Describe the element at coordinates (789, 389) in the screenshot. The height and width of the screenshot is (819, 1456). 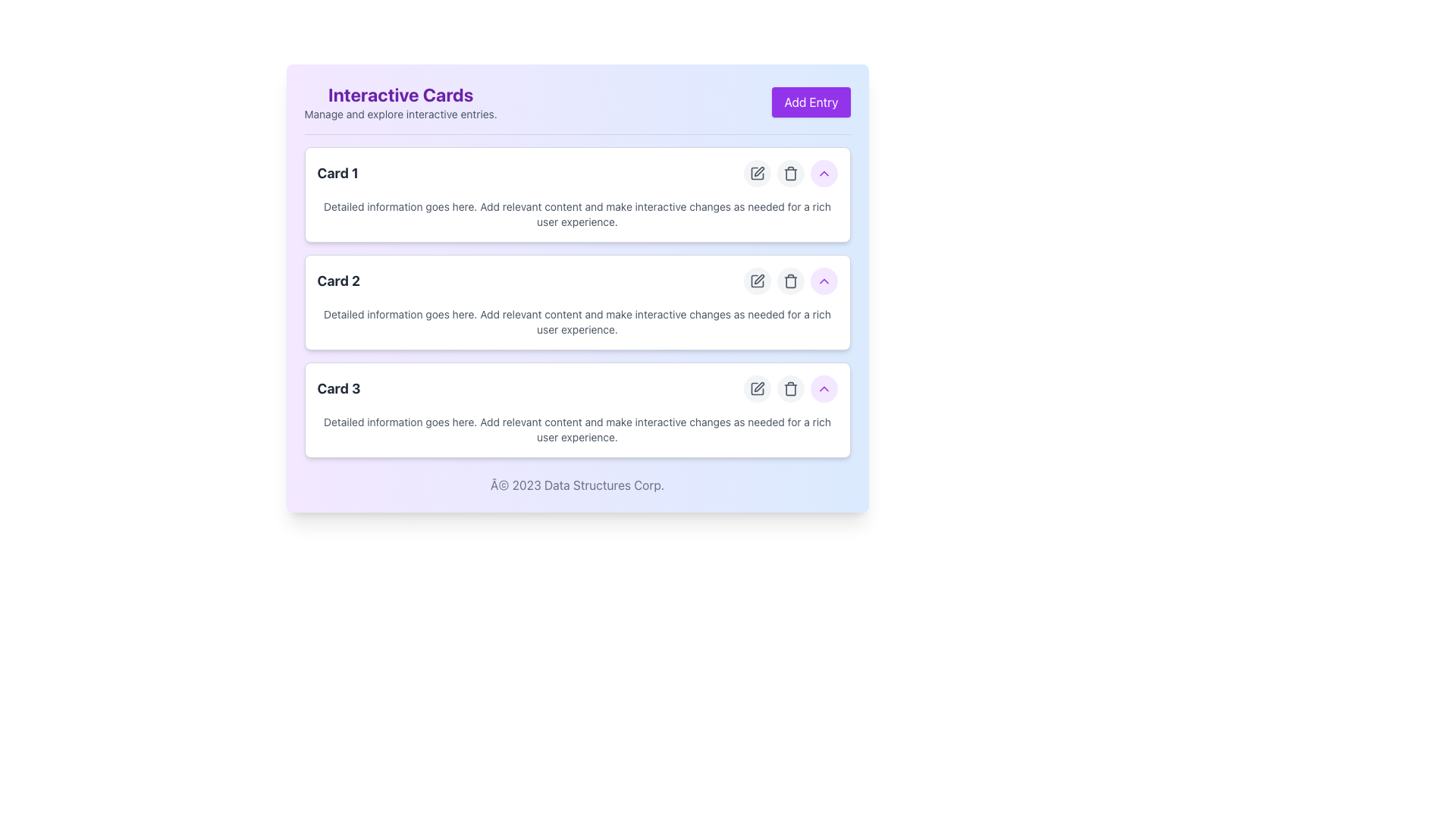
I see `the trash can icon button located to the right of the 'Card 3' entry in the vertical list of cards` at that location.